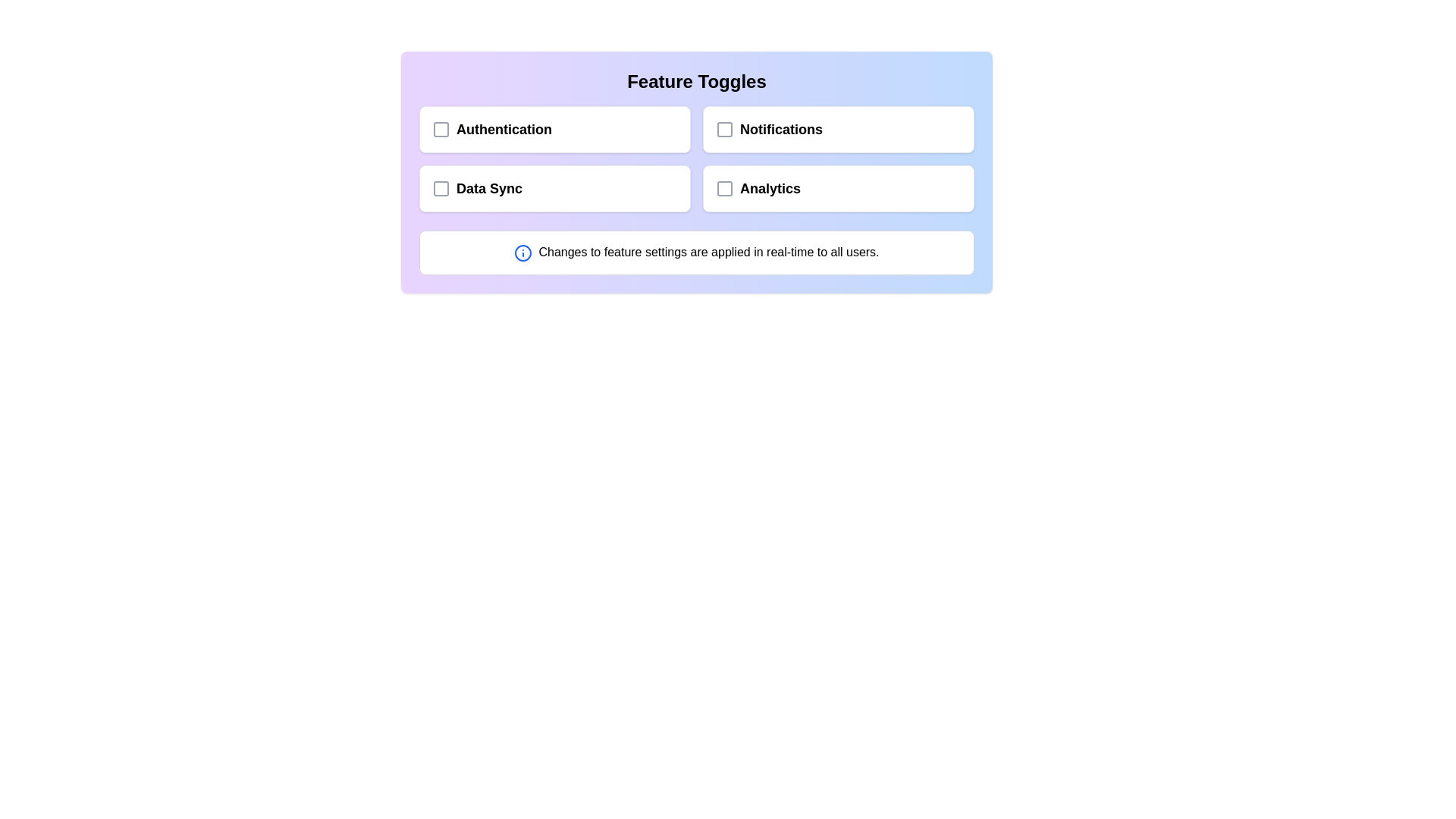 Image resolution: width=1456 pixels, height=819 pixels. I want to click on the checkbox for the 'Data Sync' feature toggle located in the second row of the left column, so click(440, 188).